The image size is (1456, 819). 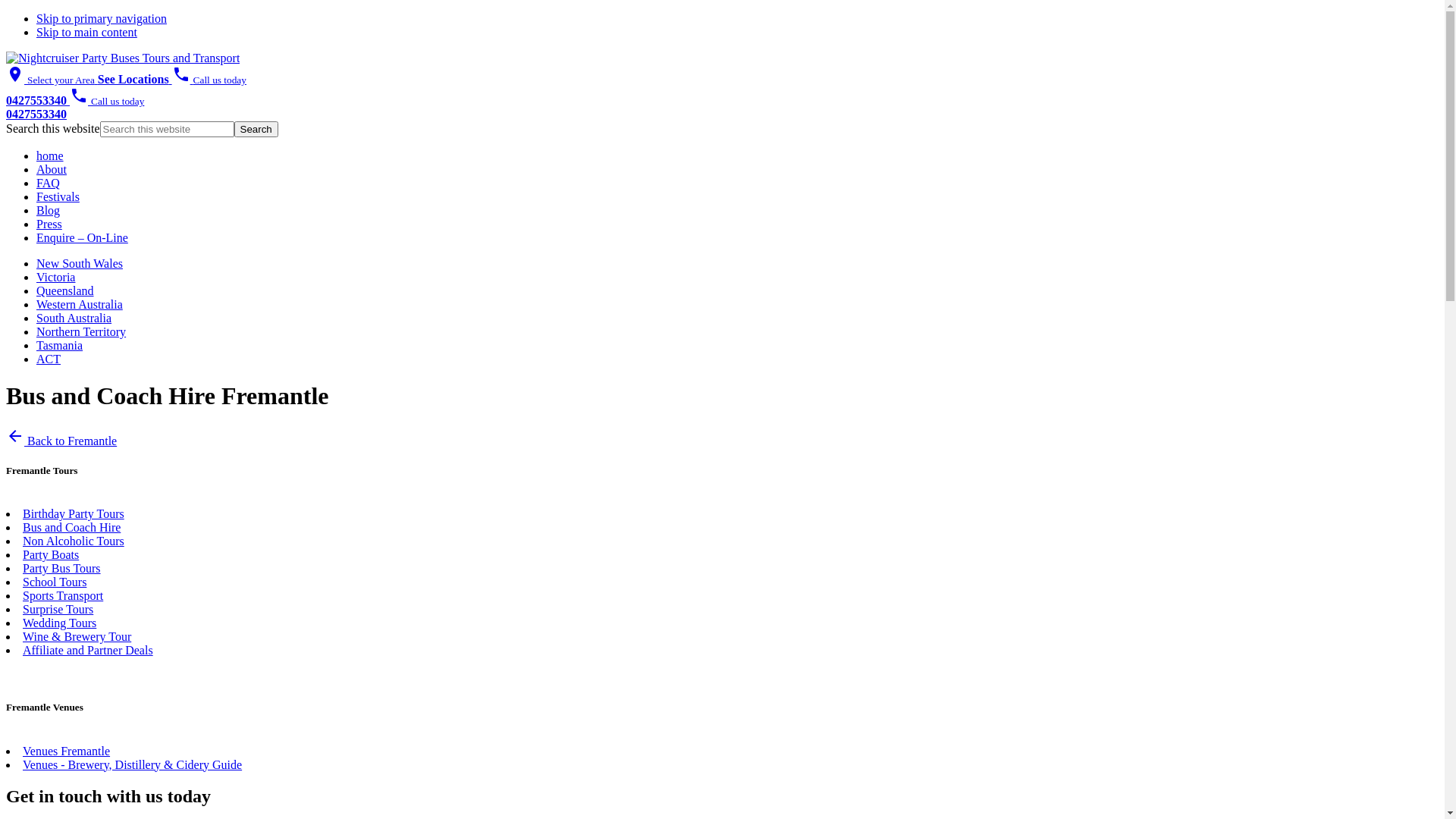 What do you see at coordinates (61, 441) in the screenshot?
I see `'arrow_back Back to Fremantle'` at bounding box center [61, 441].